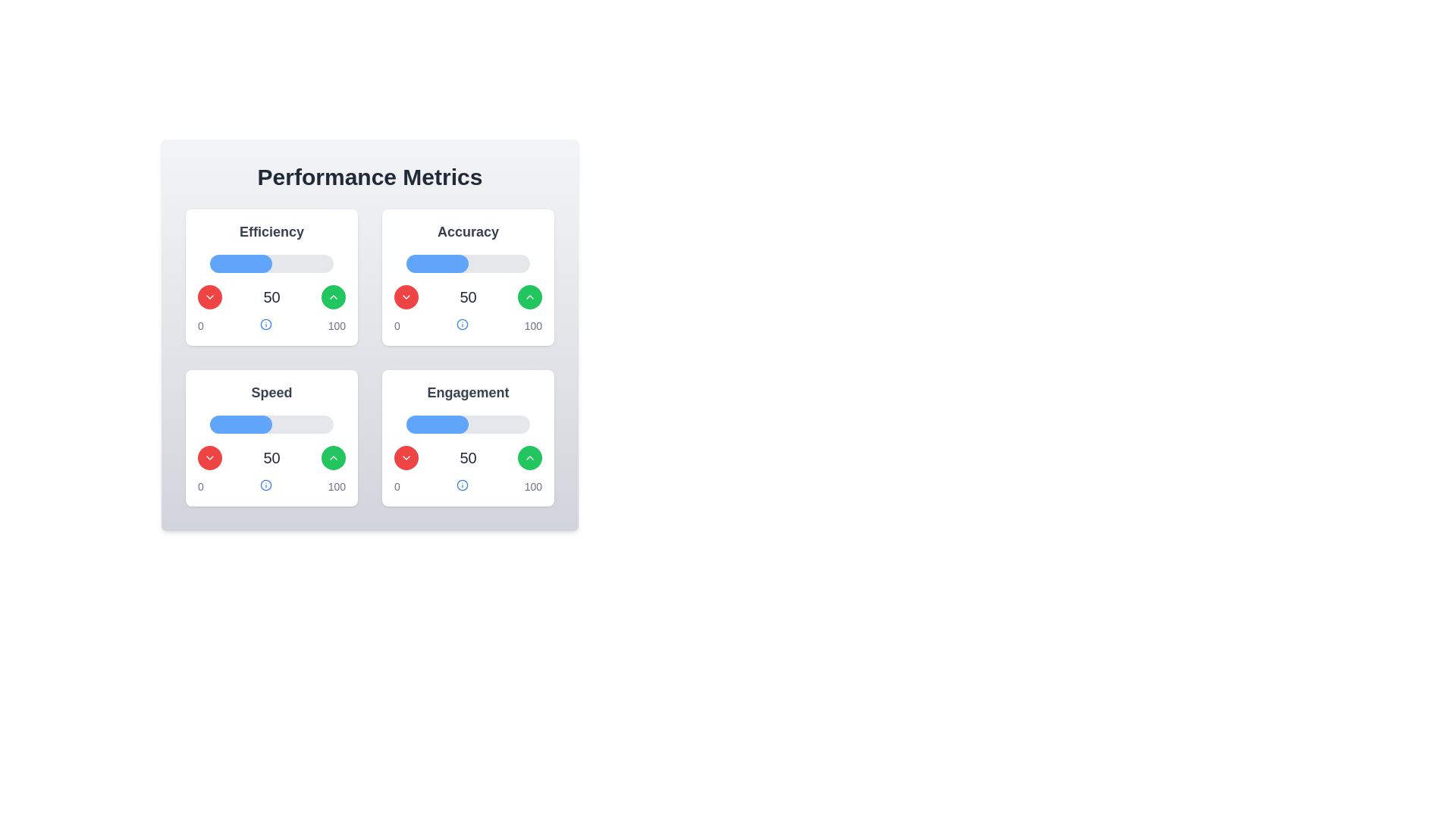 The height and width of the screenshot is (819, 1456). What do you see at coordinates (397, 325) in the screenshot?
I see `the small numerical label with the value '0' located at the bottom left of the 'Accuracy' card, which is part of a sequence of indicators under the performance bar` at bounding box center [397, 325].